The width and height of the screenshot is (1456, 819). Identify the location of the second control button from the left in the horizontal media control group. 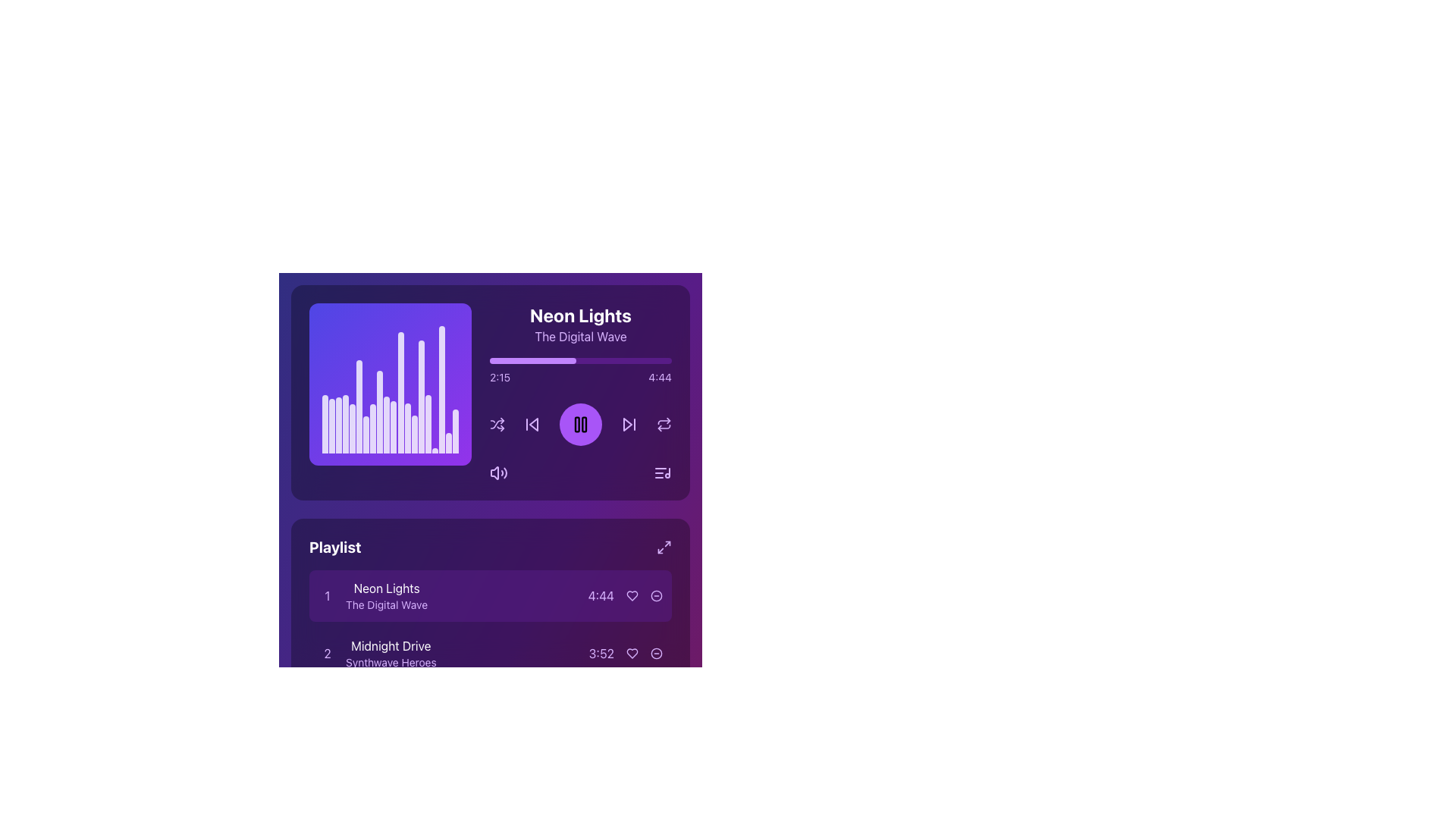
(532, 424).